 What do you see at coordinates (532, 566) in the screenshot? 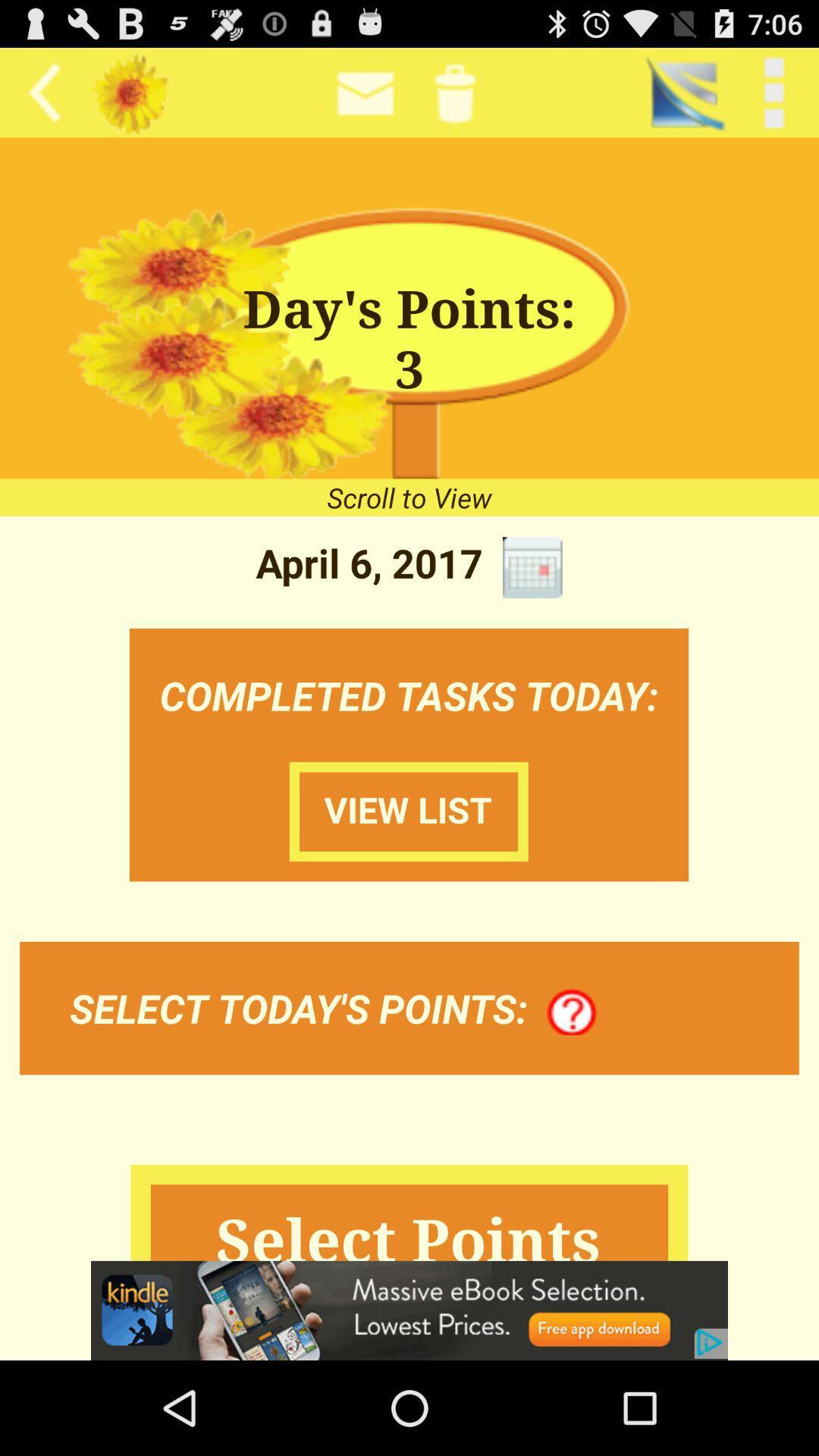
I see `item above the completed tasks today: item` at bounding box center [532, 566].